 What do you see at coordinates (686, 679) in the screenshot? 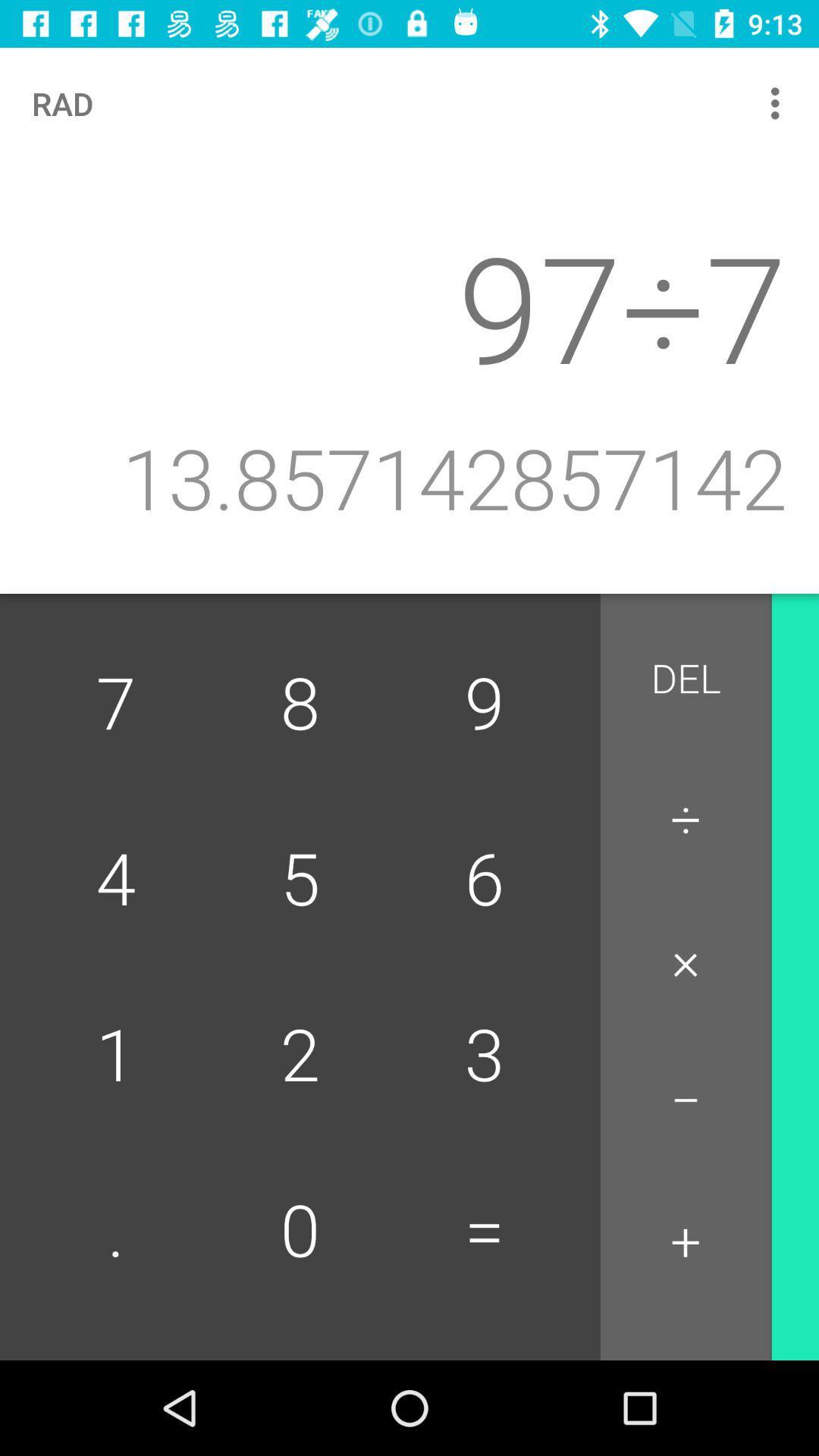
I see `button next to the inv item` at bounding box center [686, 679].